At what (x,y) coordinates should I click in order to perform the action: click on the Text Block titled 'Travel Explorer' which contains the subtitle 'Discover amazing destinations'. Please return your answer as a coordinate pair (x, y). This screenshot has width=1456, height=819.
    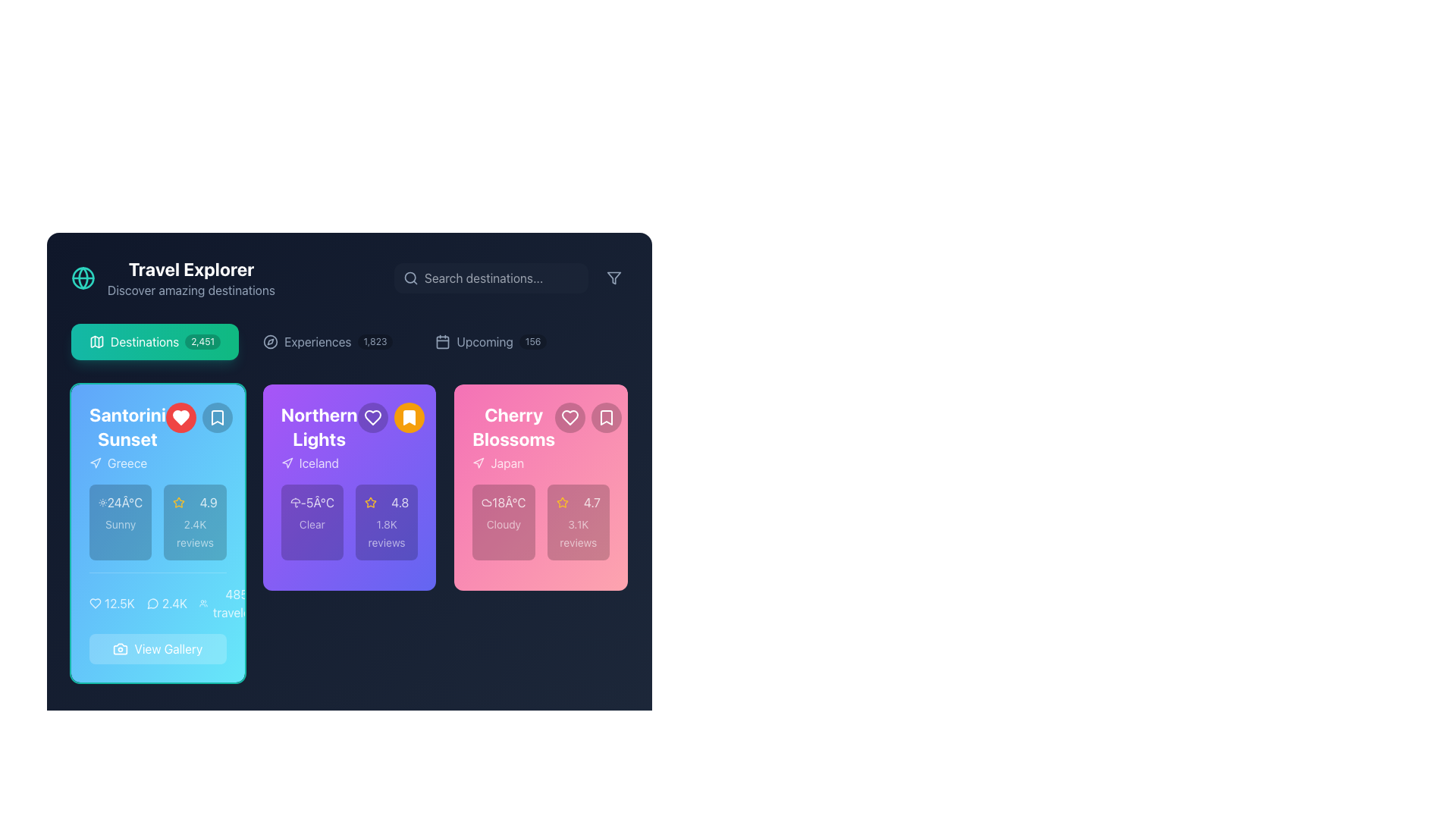
    Looking at the image, I should click on (190, 278).